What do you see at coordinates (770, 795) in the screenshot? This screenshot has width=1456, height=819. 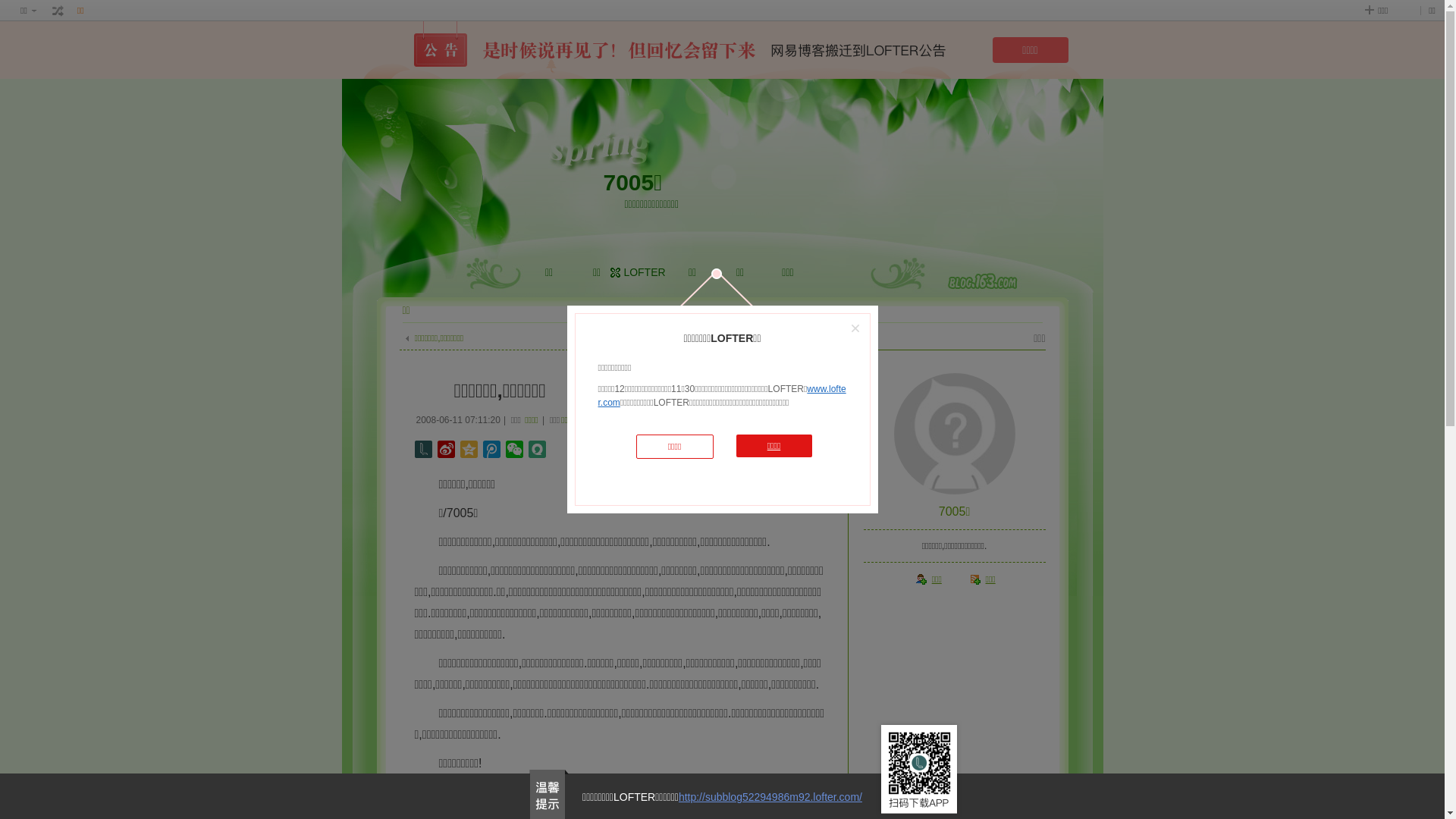 I see `'http://subblog52294986m92.lofter.com/'` at bounding box center [770, 795].